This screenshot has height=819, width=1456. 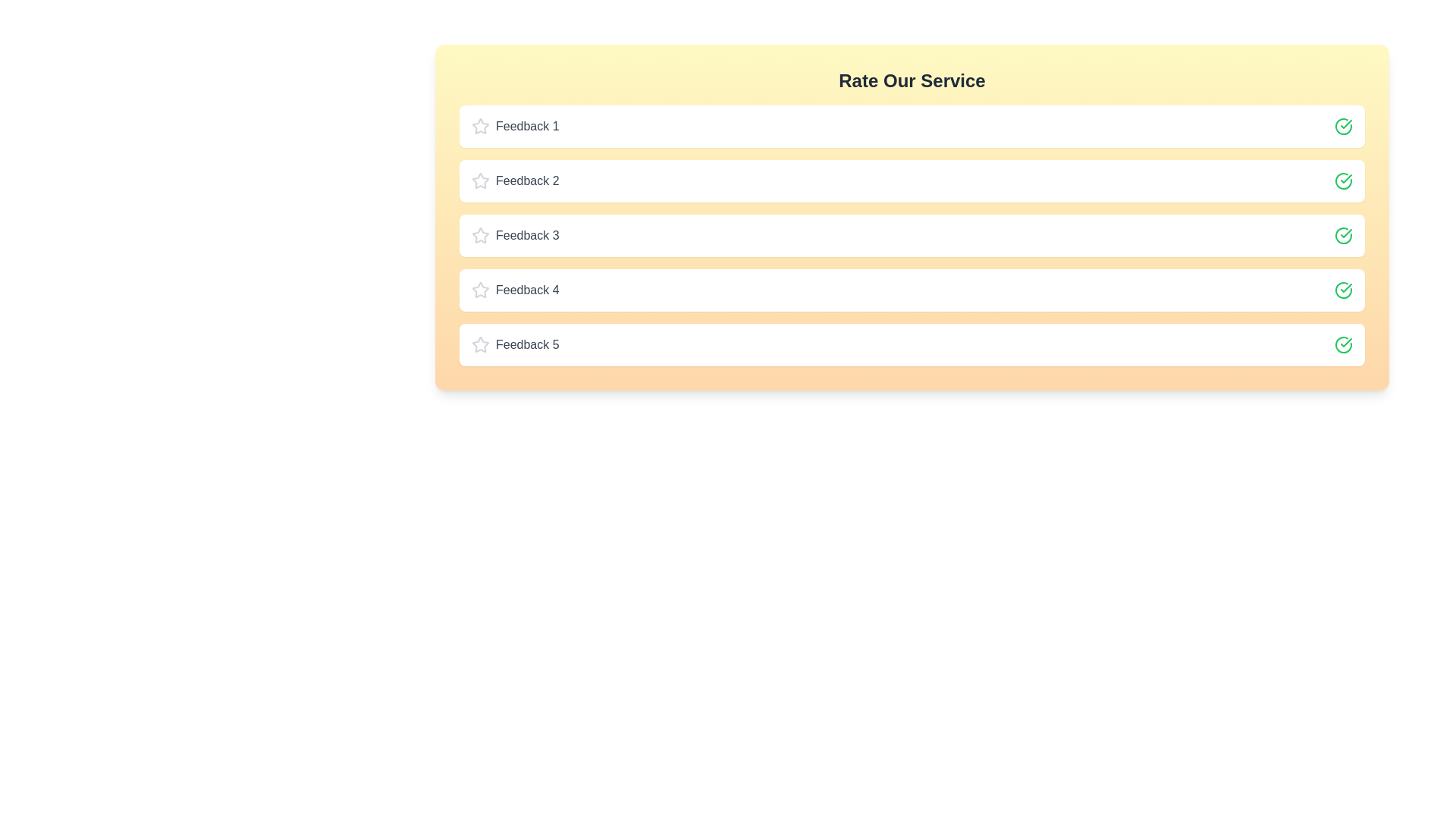 What do you see at coordinates (1343, 290) in the screenshot?
I see `the check icon for feedback 4 to toggle its rating` at bounding box center [1343, 290].